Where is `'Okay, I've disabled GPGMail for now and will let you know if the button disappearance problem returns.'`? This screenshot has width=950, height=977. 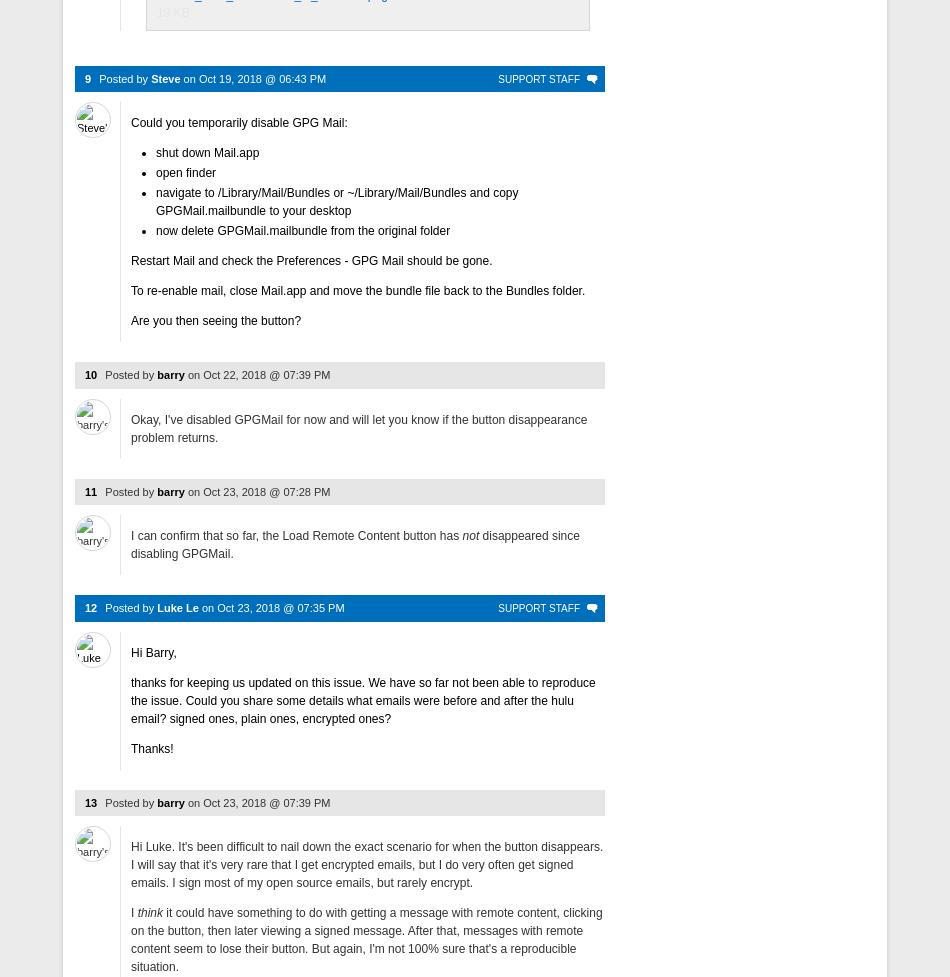
'Okay, I've disabled GPGMail for now and will let you know if the button disappearance problem returns.' is located at coordinates (358, 428).